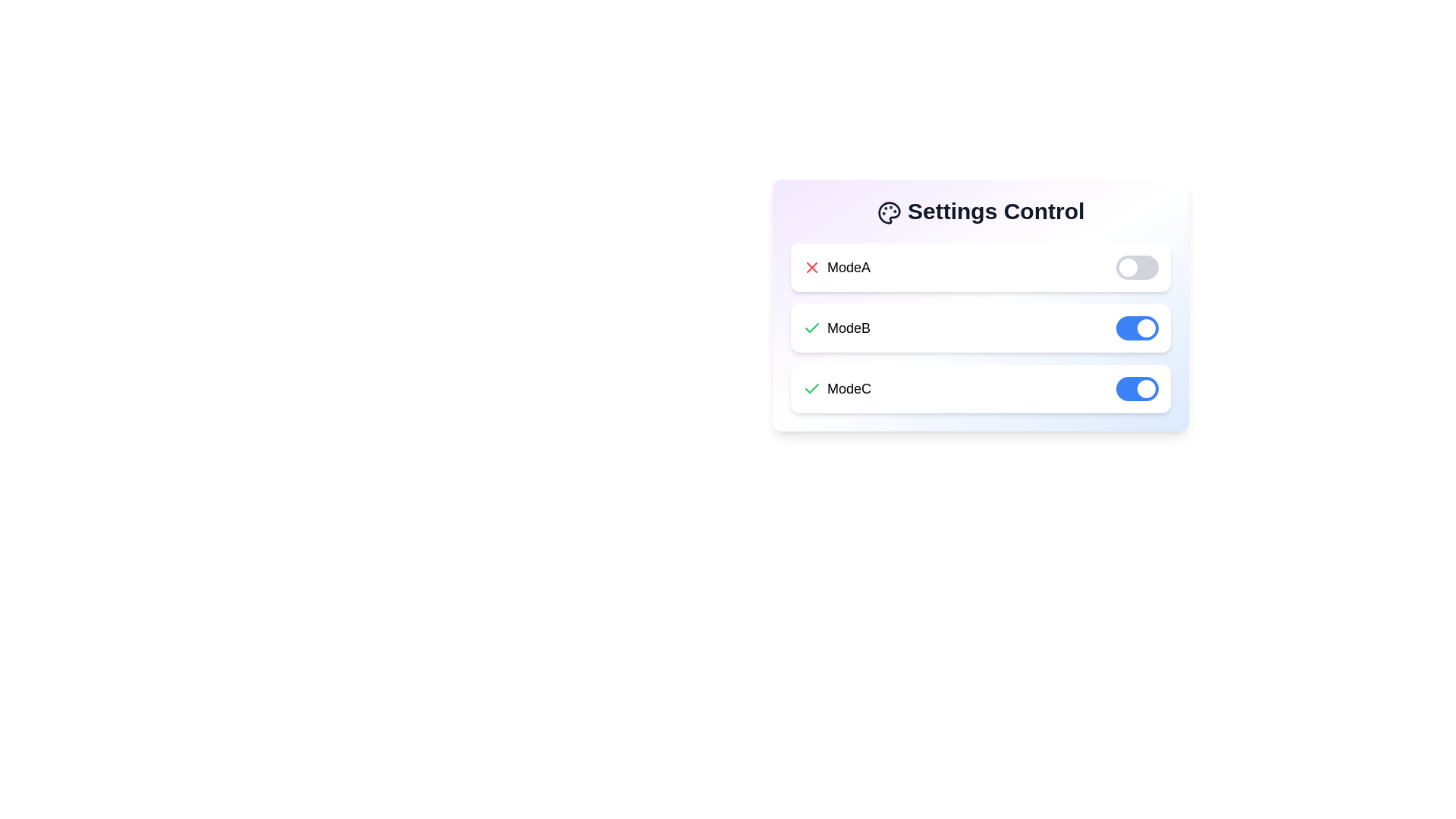 The width and height of the screenshot is (1456, 819). I want to click on the 'ModeA' Settings Item with Toggle Switch, so click(981, 267).